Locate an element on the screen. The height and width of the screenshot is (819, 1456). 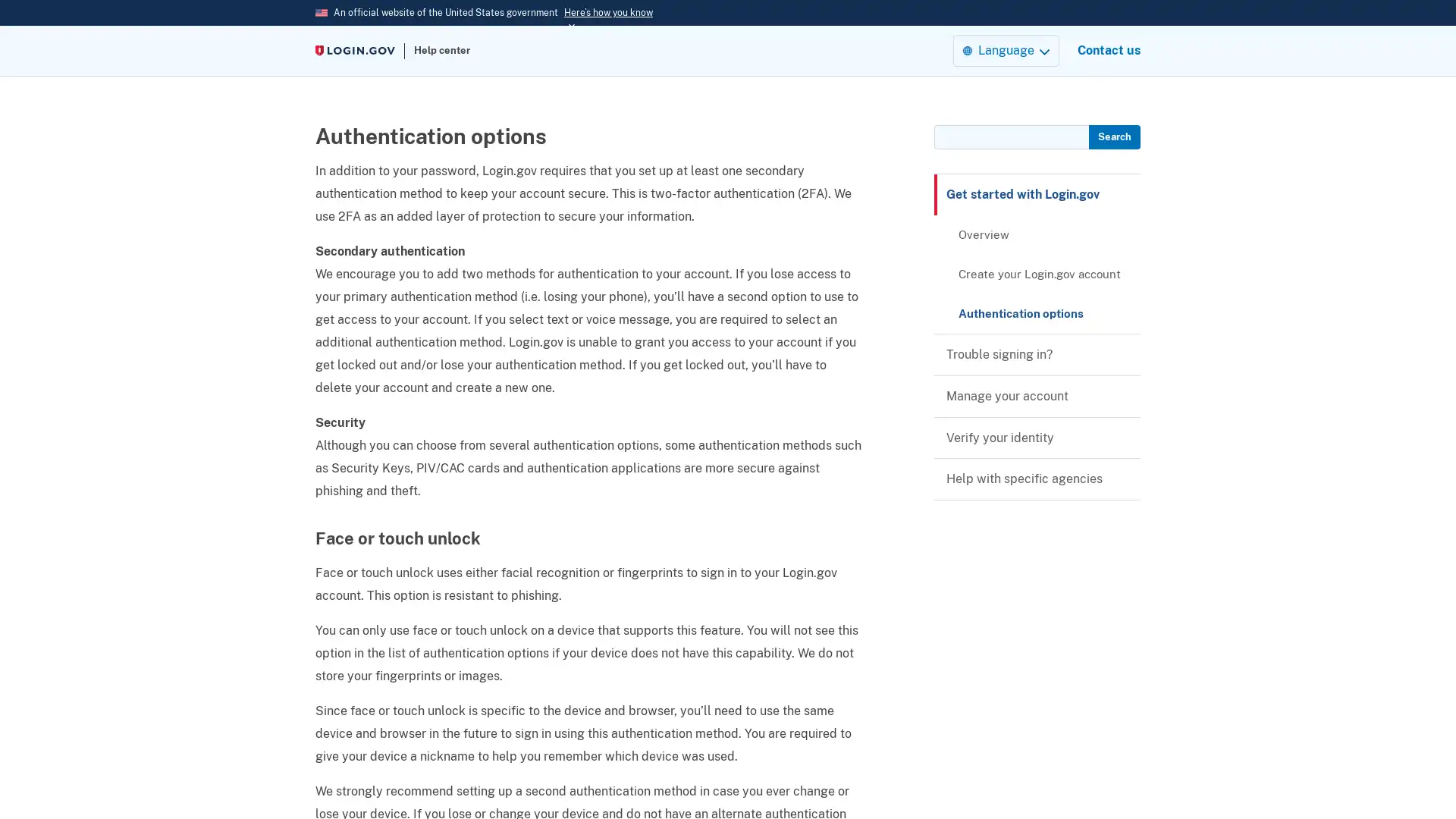
Heres how you know is located at coordinates (608, 12).